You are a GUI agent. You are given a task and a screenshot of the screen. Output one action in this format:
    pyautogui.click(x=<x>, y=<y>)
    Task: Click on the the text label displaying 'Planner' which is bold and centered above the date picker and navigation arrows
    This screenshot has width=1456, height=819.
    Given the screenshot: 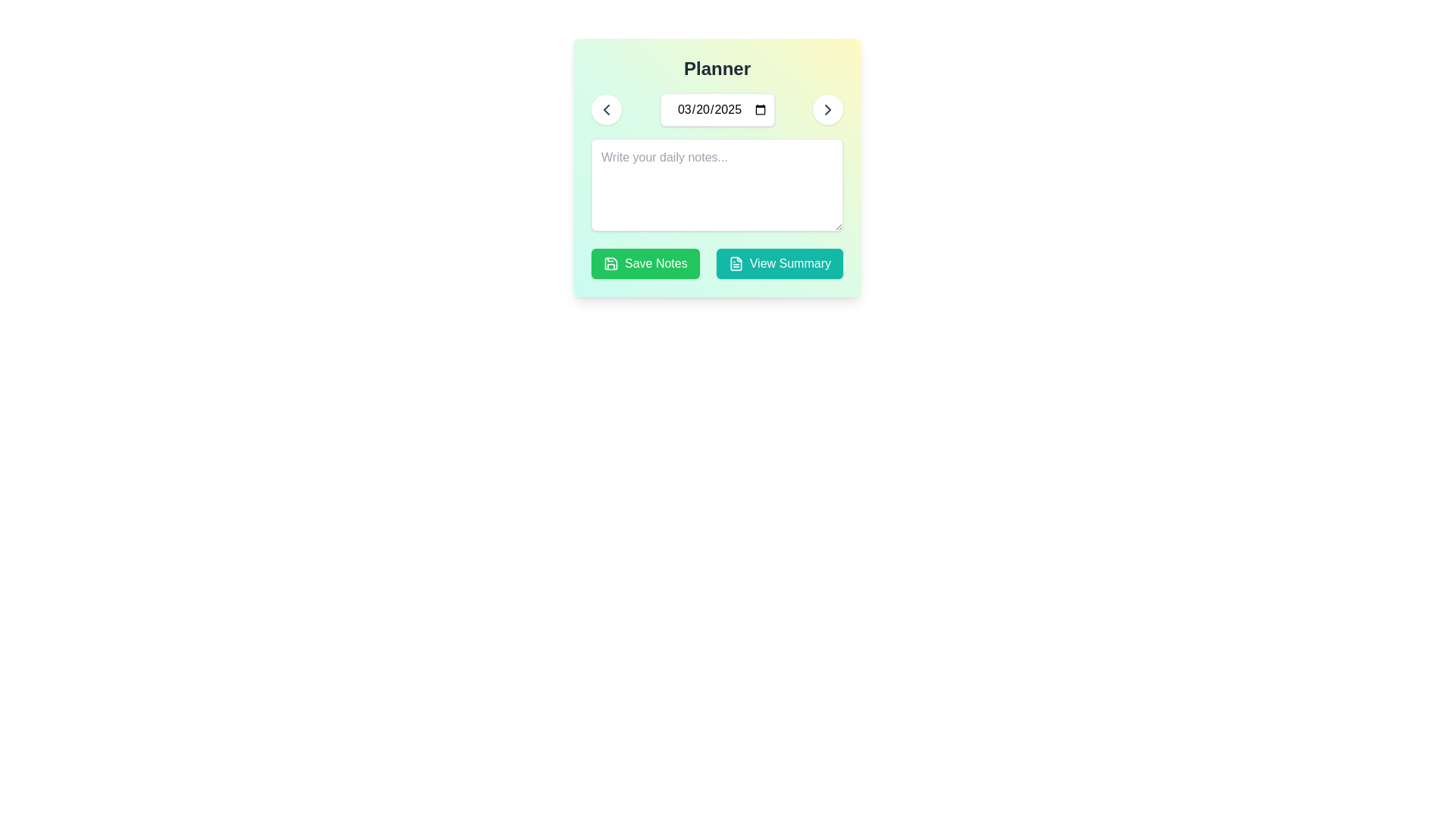 What is the action you would take?
    pyautogui.click(x=716, y=69)
    